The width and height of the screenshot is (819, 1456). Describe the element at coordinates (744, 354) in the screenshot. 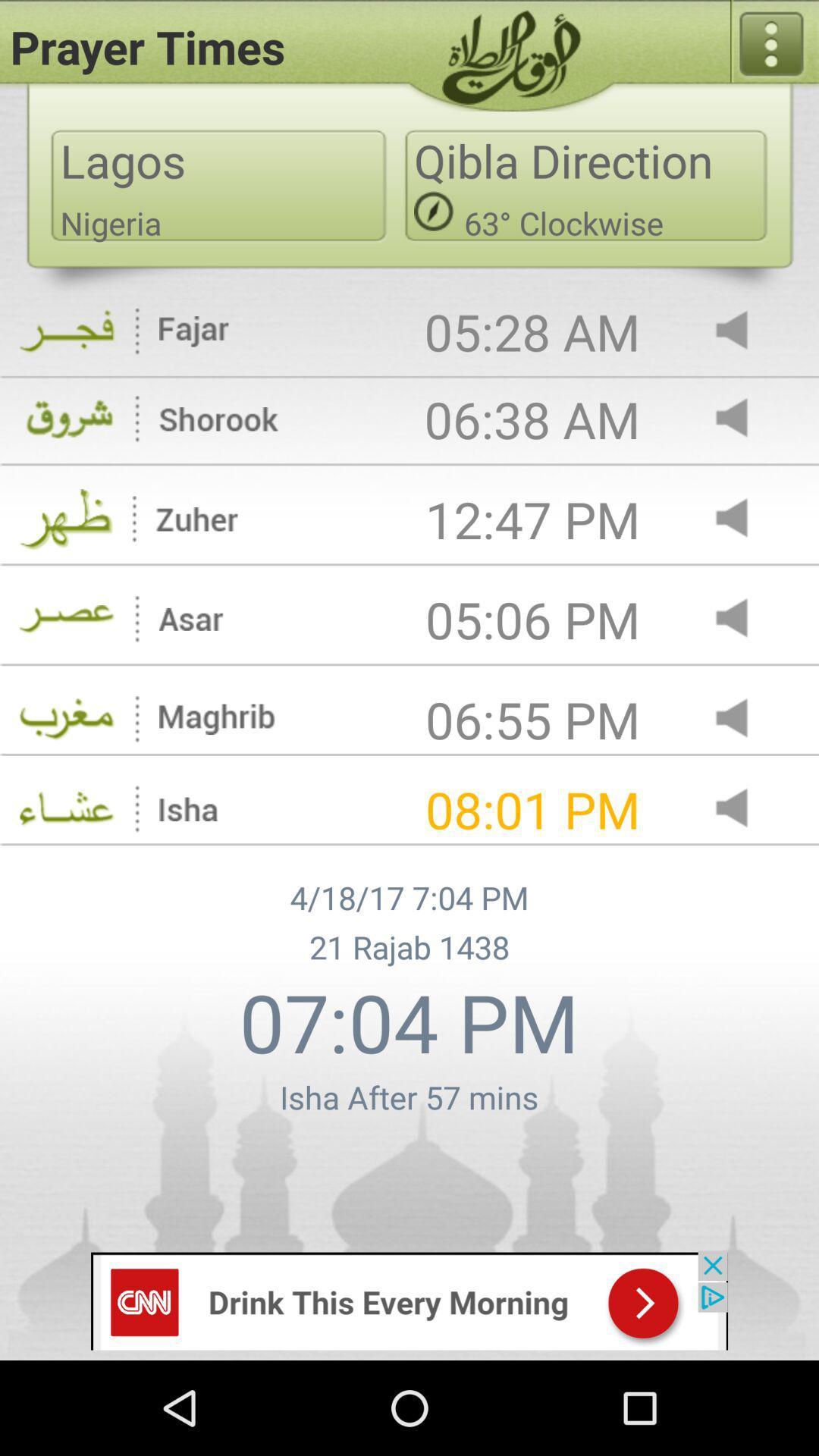

I see `the volume icon` at that location.